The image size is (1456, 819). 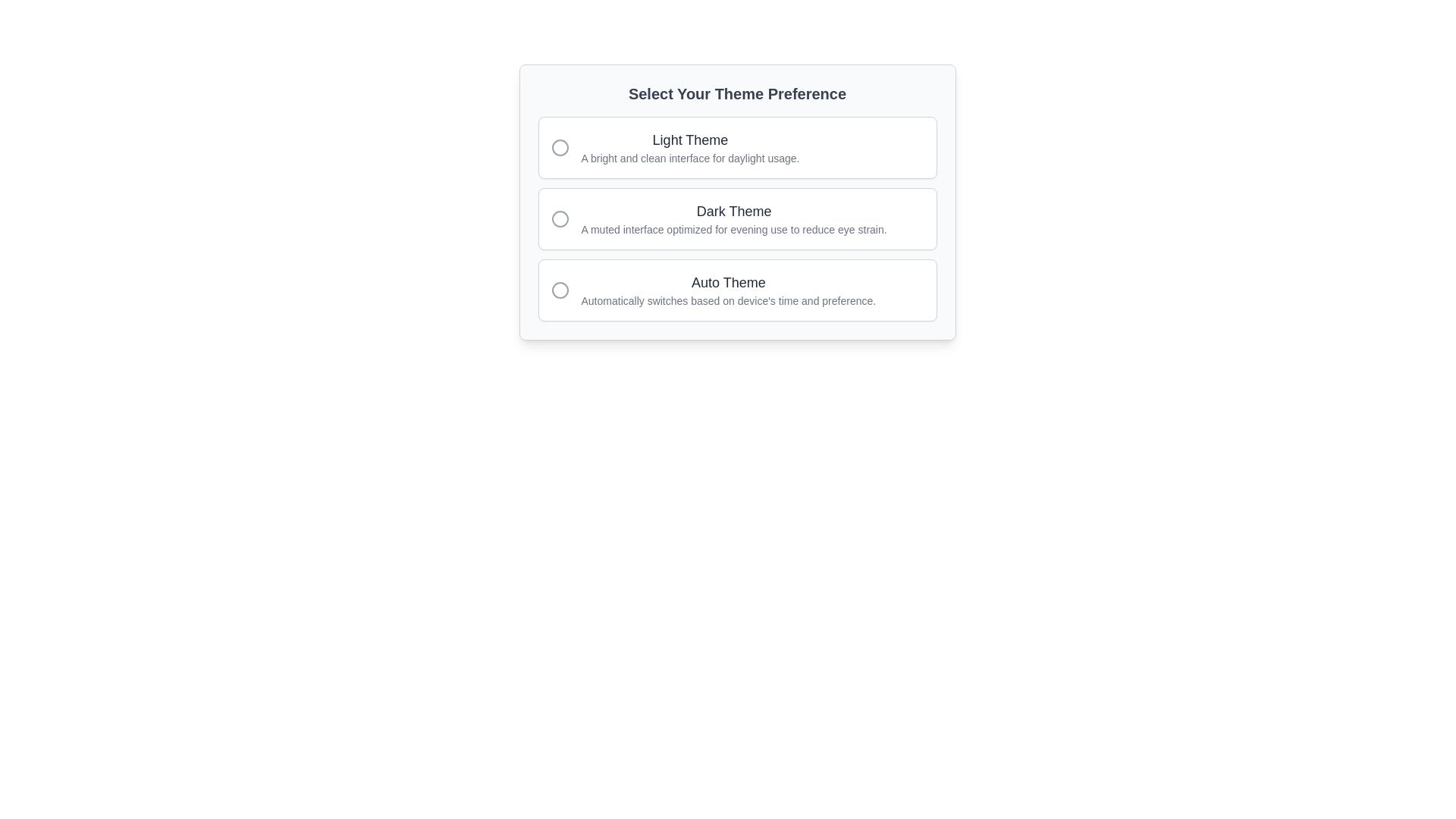 What do you see at coordinates (689, 148) in the screenshot?
I see `the 'Light Theme' text element, which is the first selectable option in the theme selection menu, located to the right of a circular icon` at bounding box center [689, 148].